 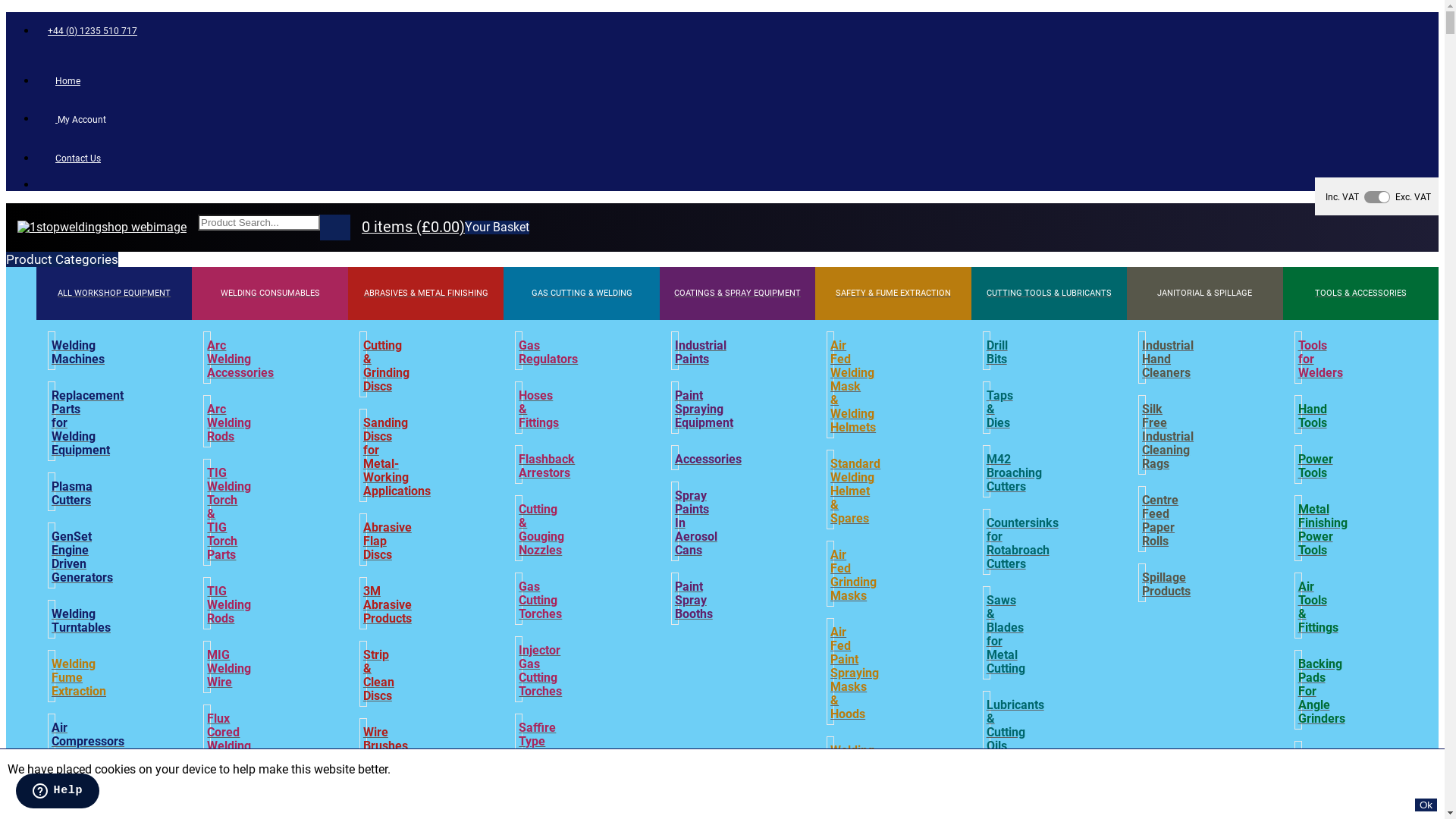 What do you see at coordinates (51, 677) in the screenshot?
I see `'Welding Fume Extraction'` at bounding box center [51, 677].